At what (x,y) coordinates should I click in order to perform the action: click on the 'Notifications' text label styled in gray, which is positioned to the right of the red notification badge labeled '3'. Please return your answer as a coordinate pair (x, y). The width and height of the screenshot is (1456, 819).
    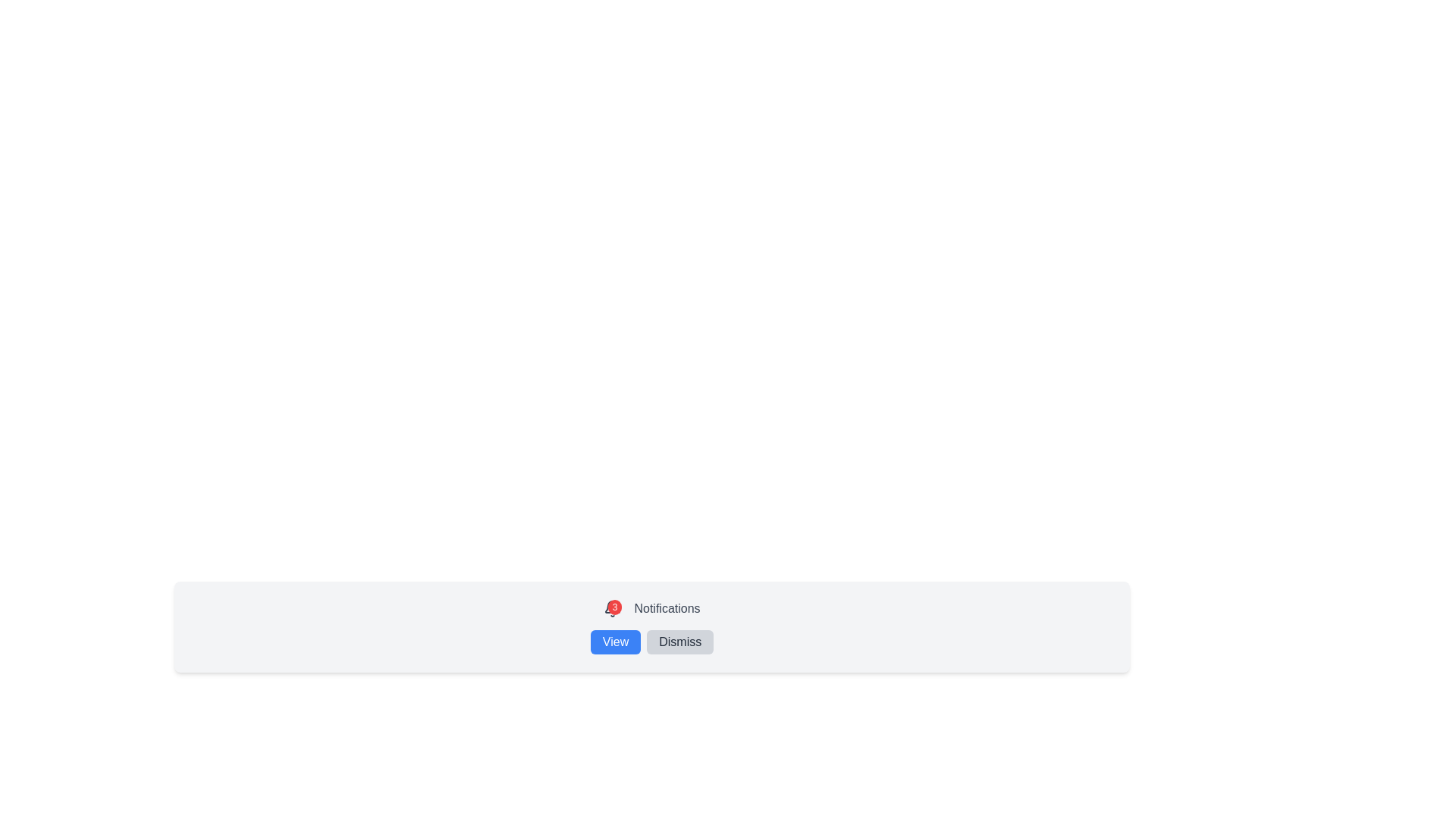
    Looking at the image, I should click on (667, 607).